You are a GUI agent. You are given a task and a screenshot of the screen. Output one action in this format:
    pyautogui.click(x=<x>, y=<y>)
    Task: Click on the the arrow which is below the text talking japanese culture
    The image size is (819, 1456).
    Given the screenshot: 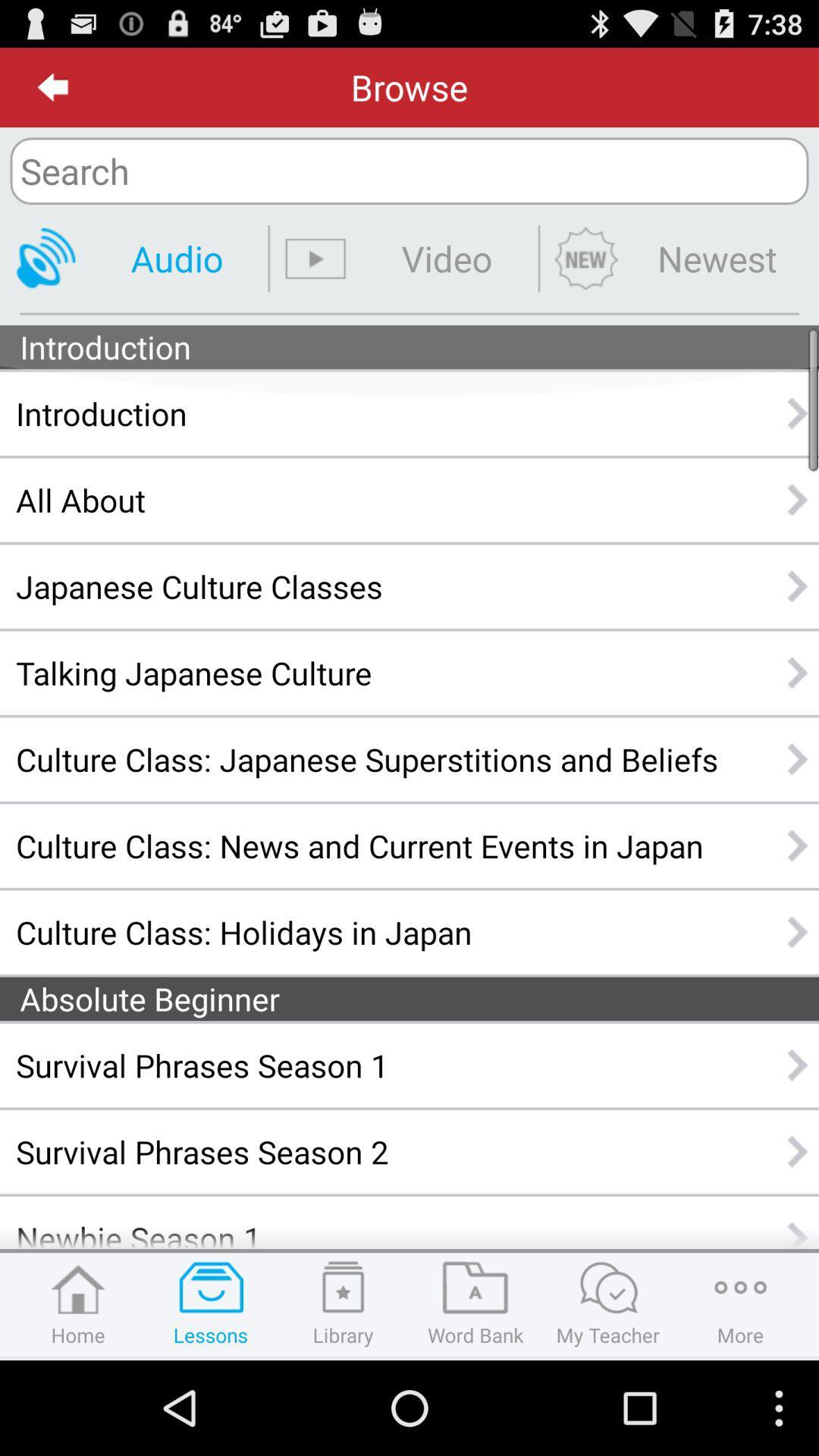 What is the action you would take?
    pyautogui.click(x=798, y=759)
    